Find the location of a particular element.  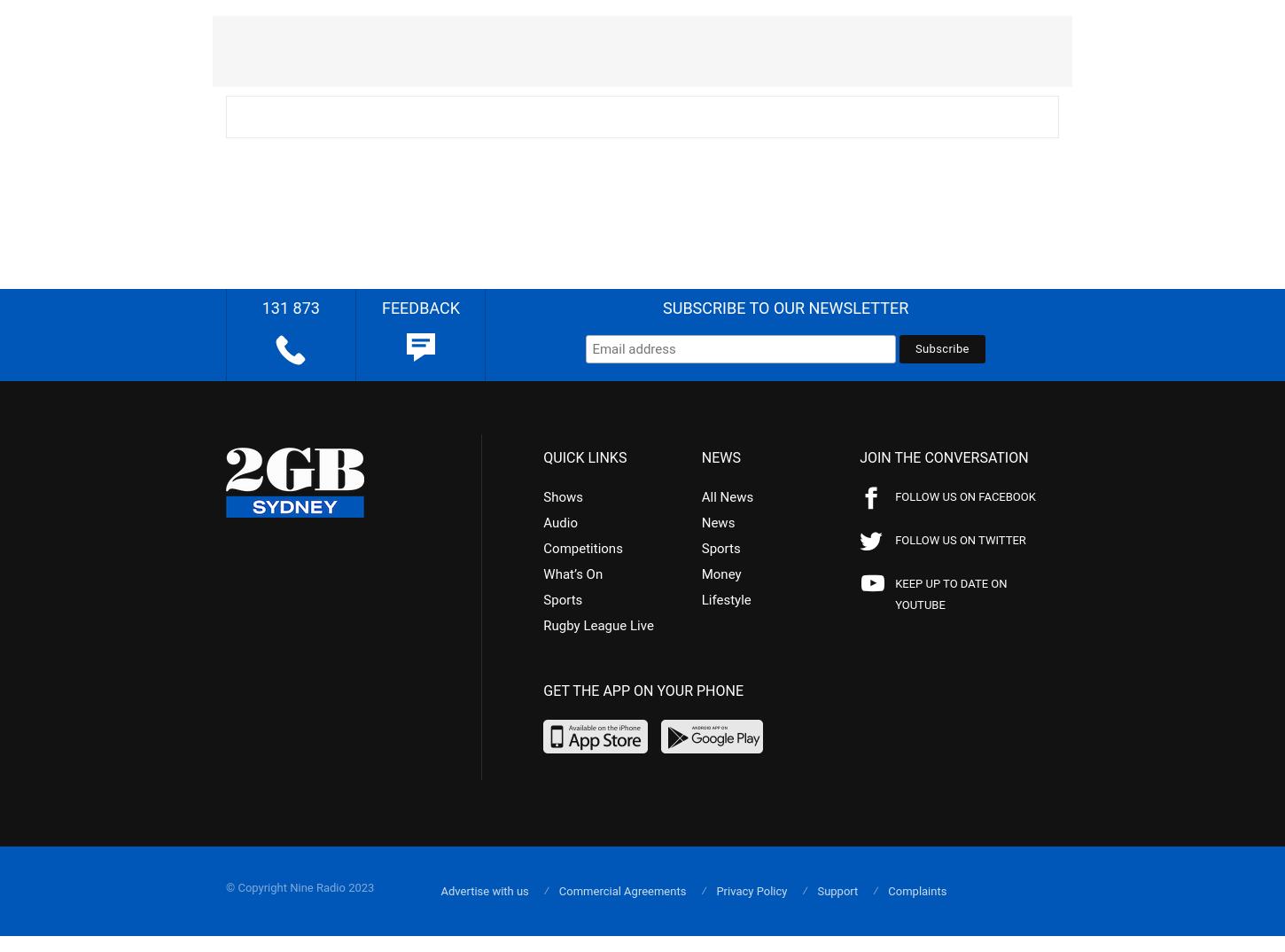

'News' is located at coordinates (717, 520).